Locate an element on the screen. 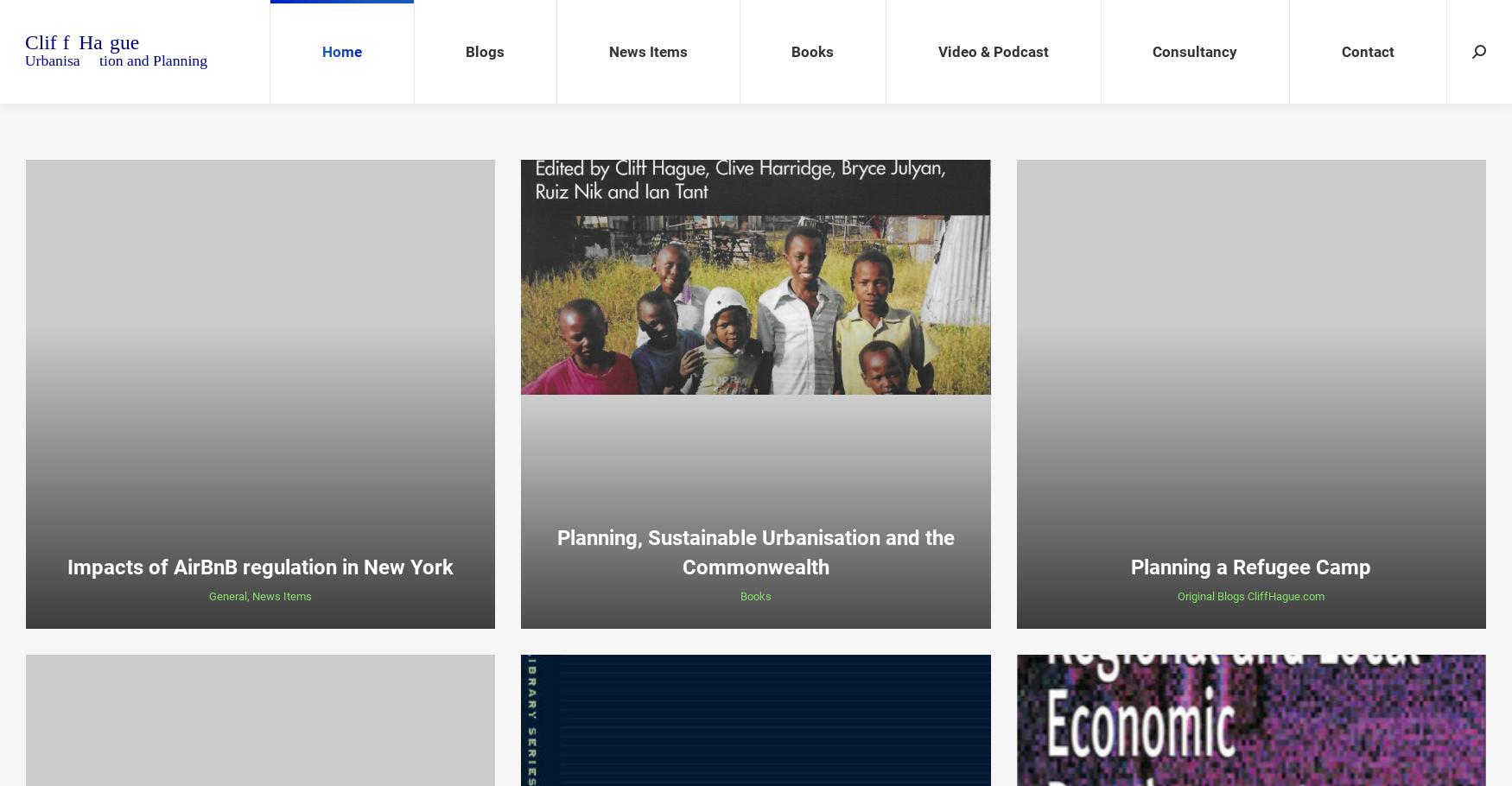 The height and width of the screenshot is (786, 1512). 'Flashback to Cliff Hague’s Planning Magazine Columns' is located at coordinates (505, 243).